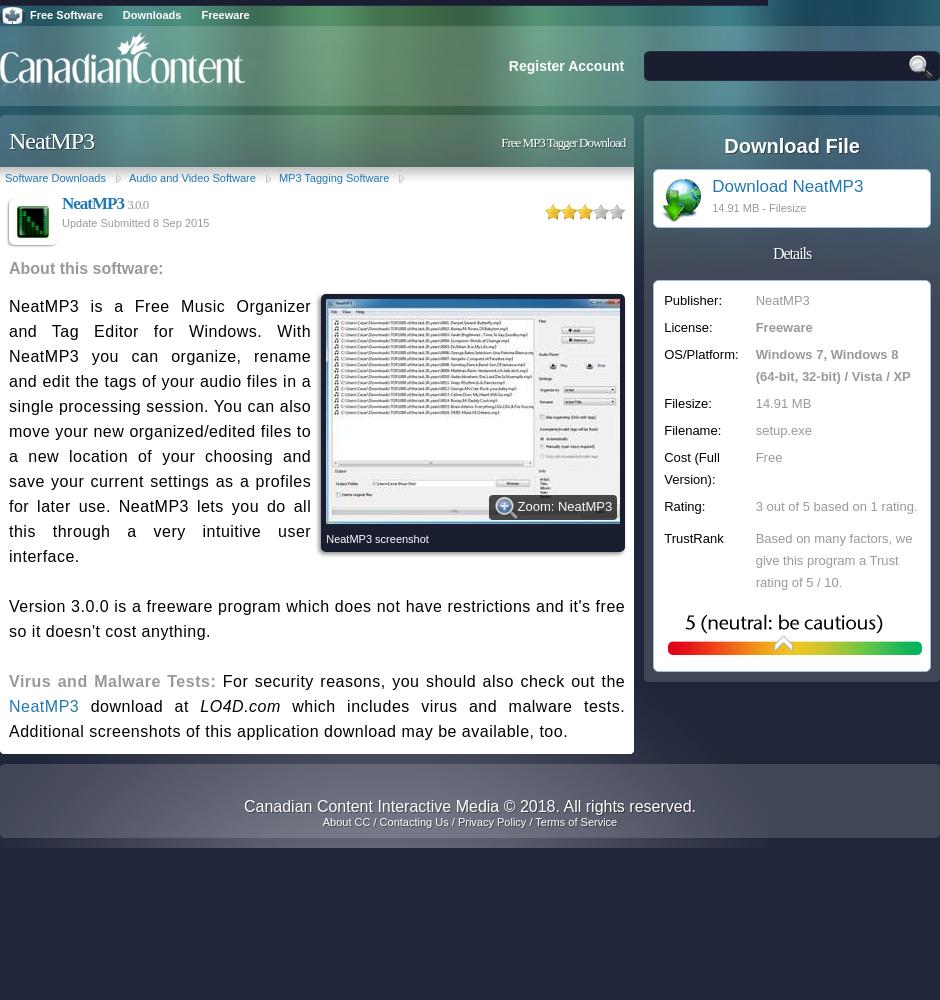 Image resolution: width=940 pixels, height=1000 pixels. What do you see at coordinates (86, 268) in the screenshot?
I see `'About this software:'` at bounding box center [86, 268].